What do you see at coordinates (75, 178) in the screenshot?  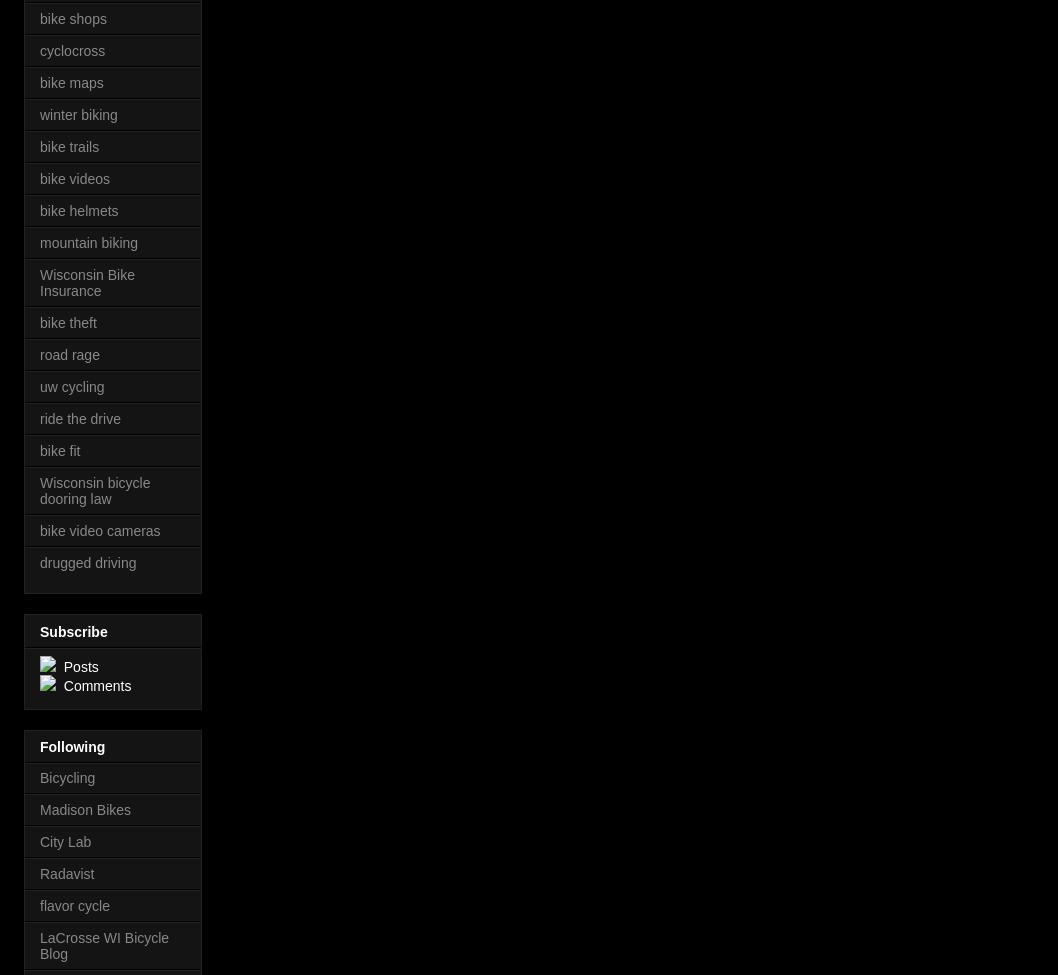 I see `'bike videos'` at bounding box center [75, 178].